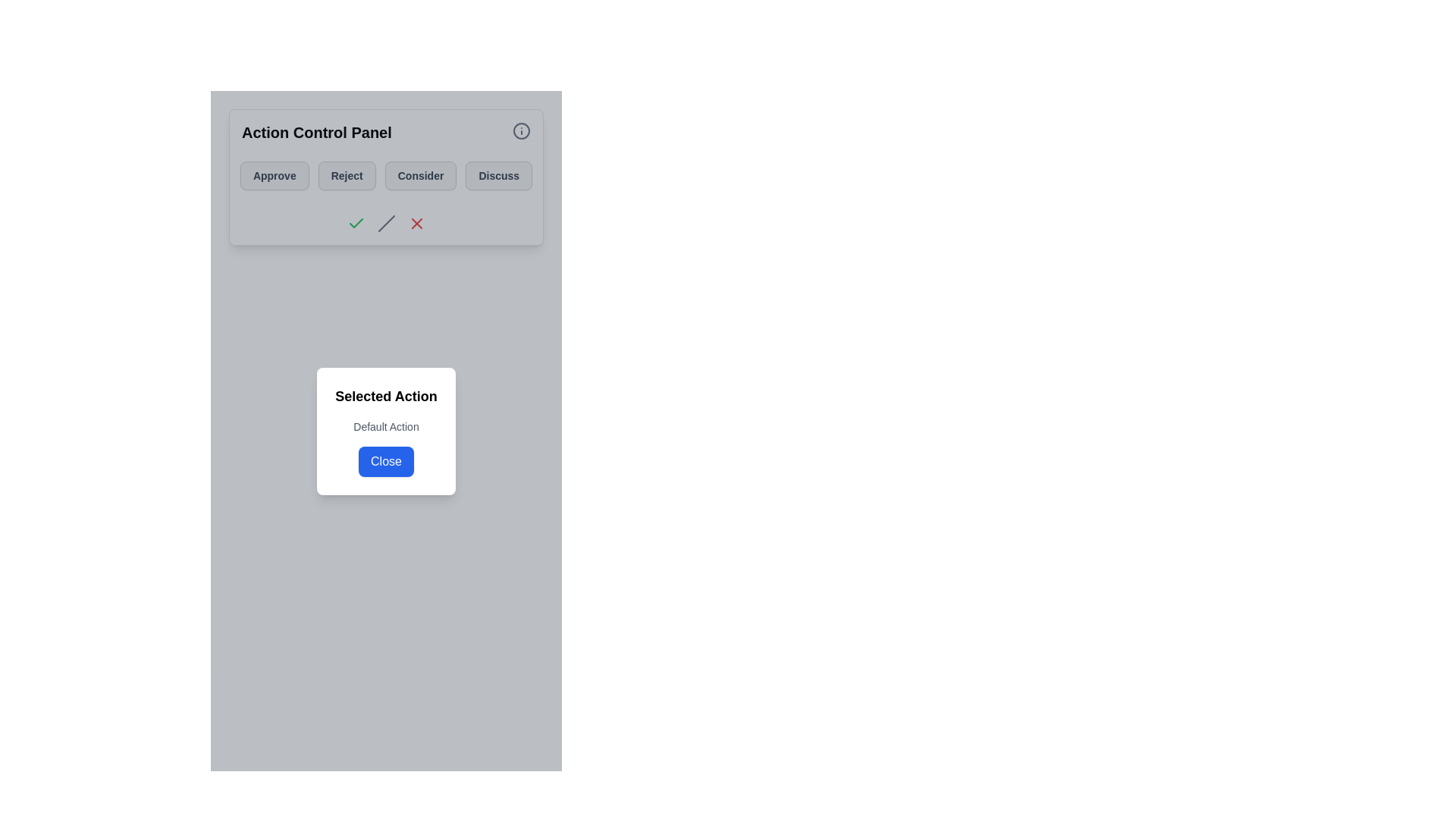  What do you see at coordinates (521, 130) in the screenshot?
I see `the information or help icon located at the far right of the 'Action Control Panel' header` at bounding box center [521, 130].